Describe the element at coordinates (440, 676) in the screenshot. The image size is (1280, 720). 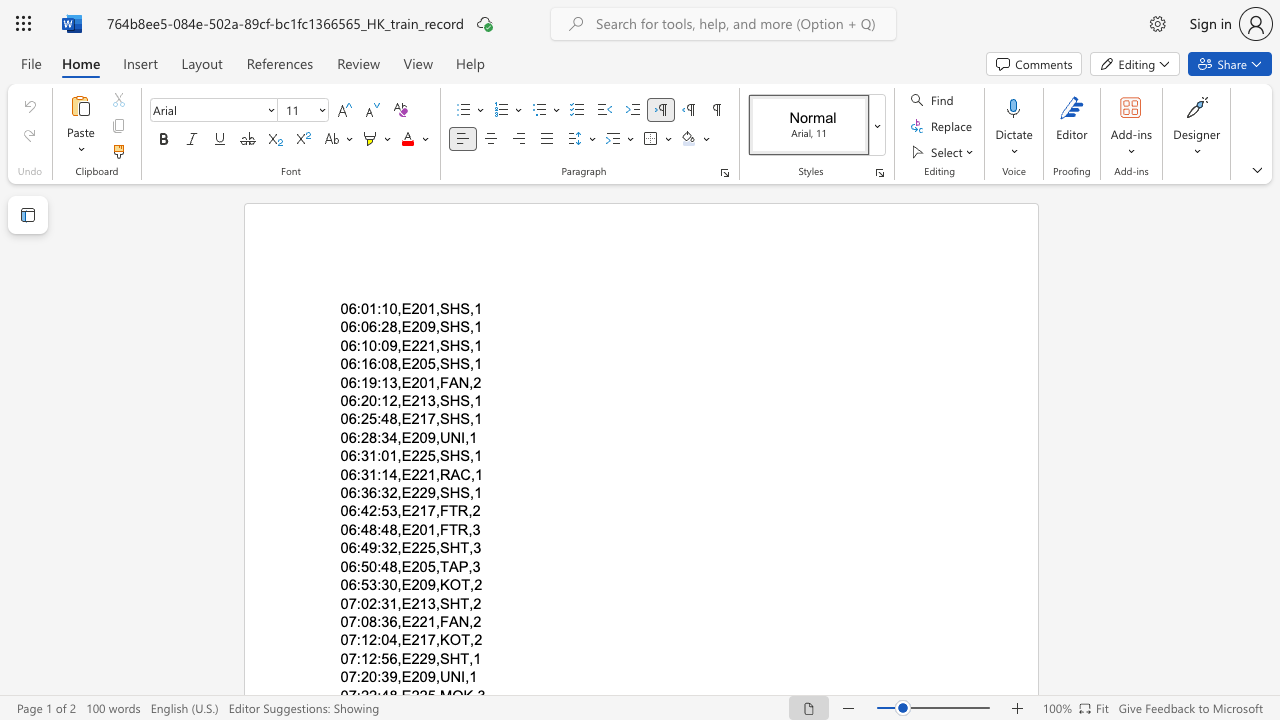
I see `the space between the continuous character "," and "U" in the text` at that location.